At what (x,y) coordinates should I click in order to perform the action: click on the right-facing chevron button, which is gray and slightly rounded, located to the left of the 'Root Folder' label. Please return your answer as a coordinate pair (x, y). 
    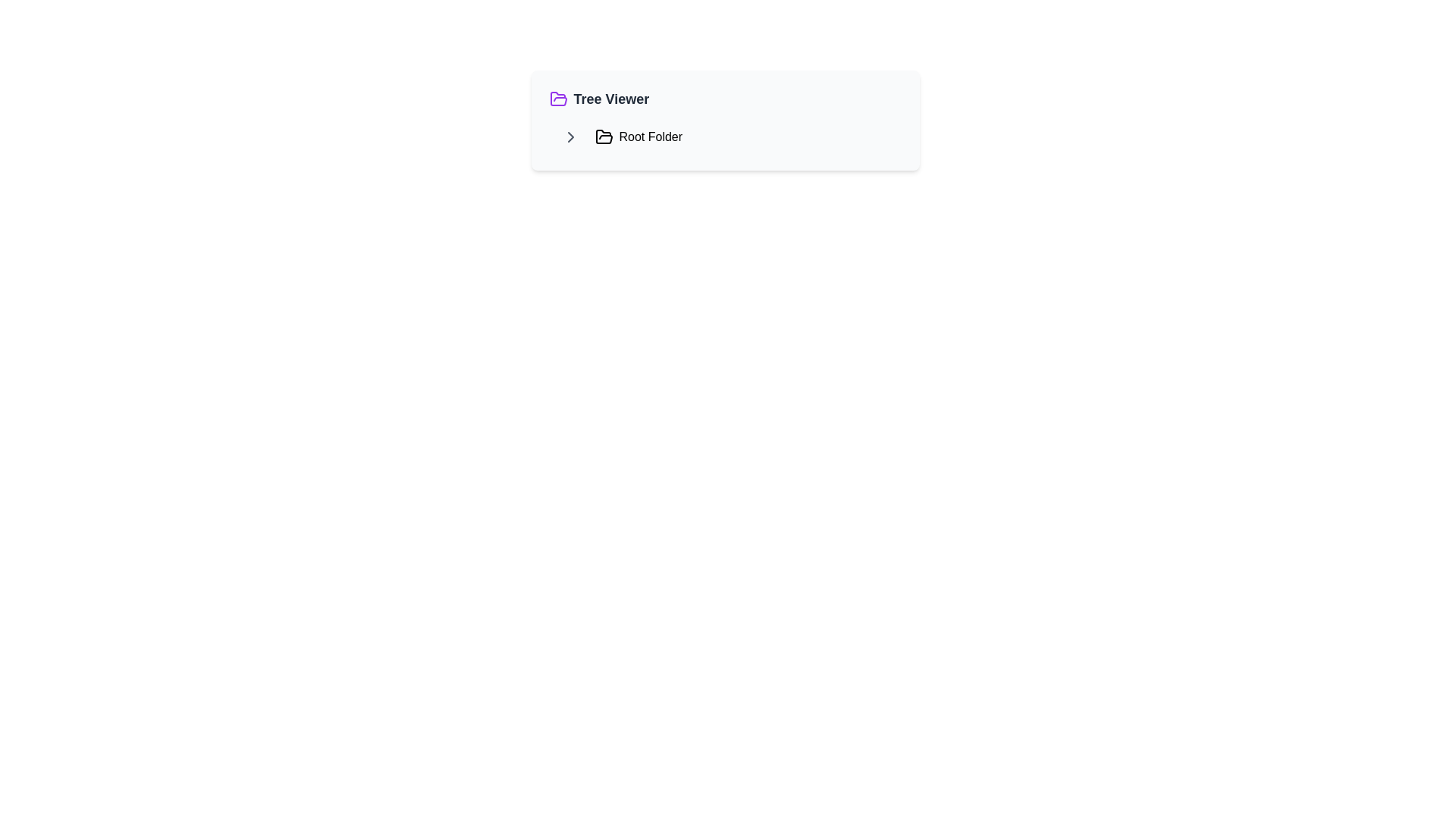
    Looking at the image, I should click on (570, 137).